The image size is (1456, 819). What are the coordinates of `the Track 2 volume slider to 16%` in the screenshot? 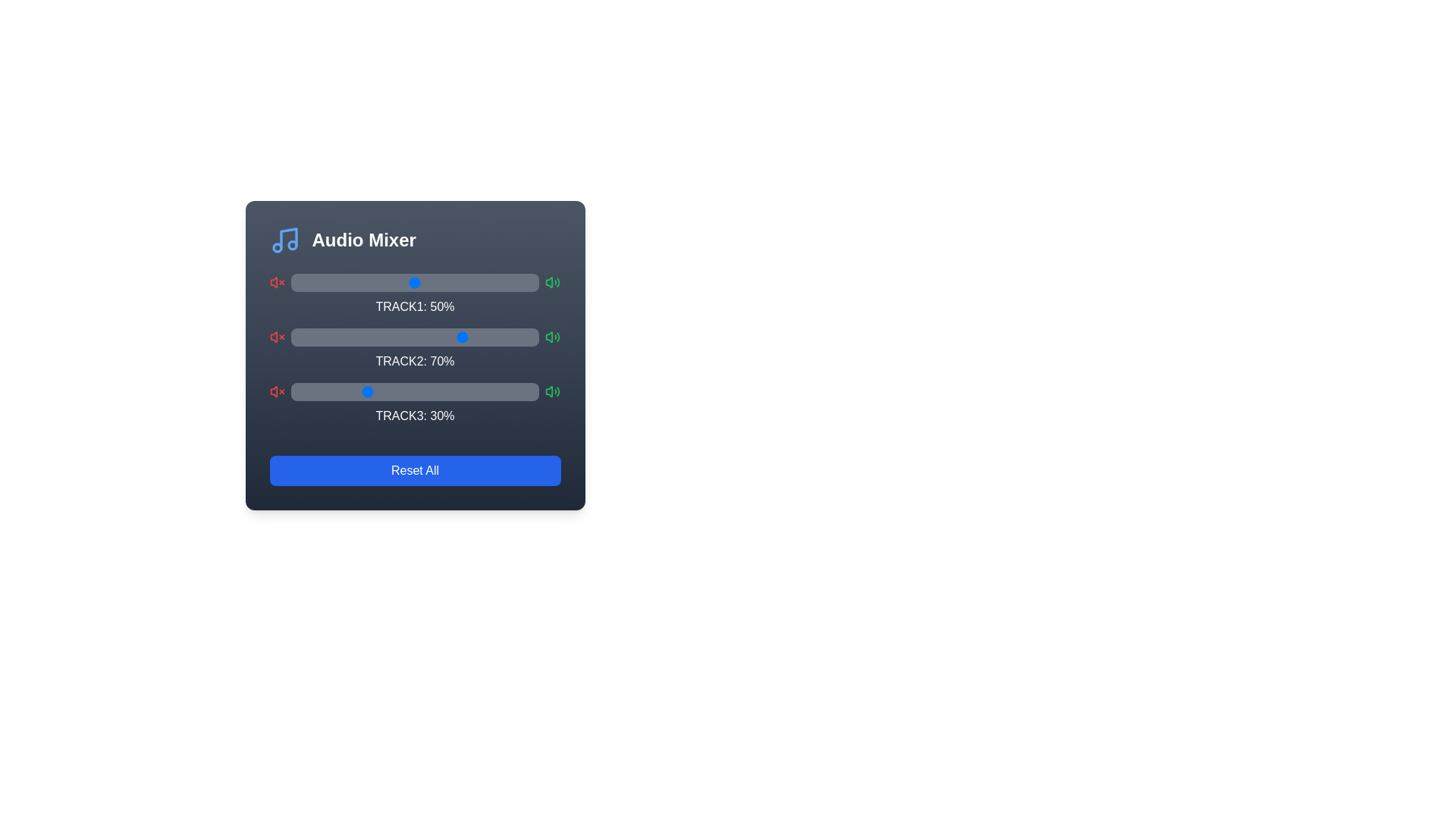 It's located at (330, 336).